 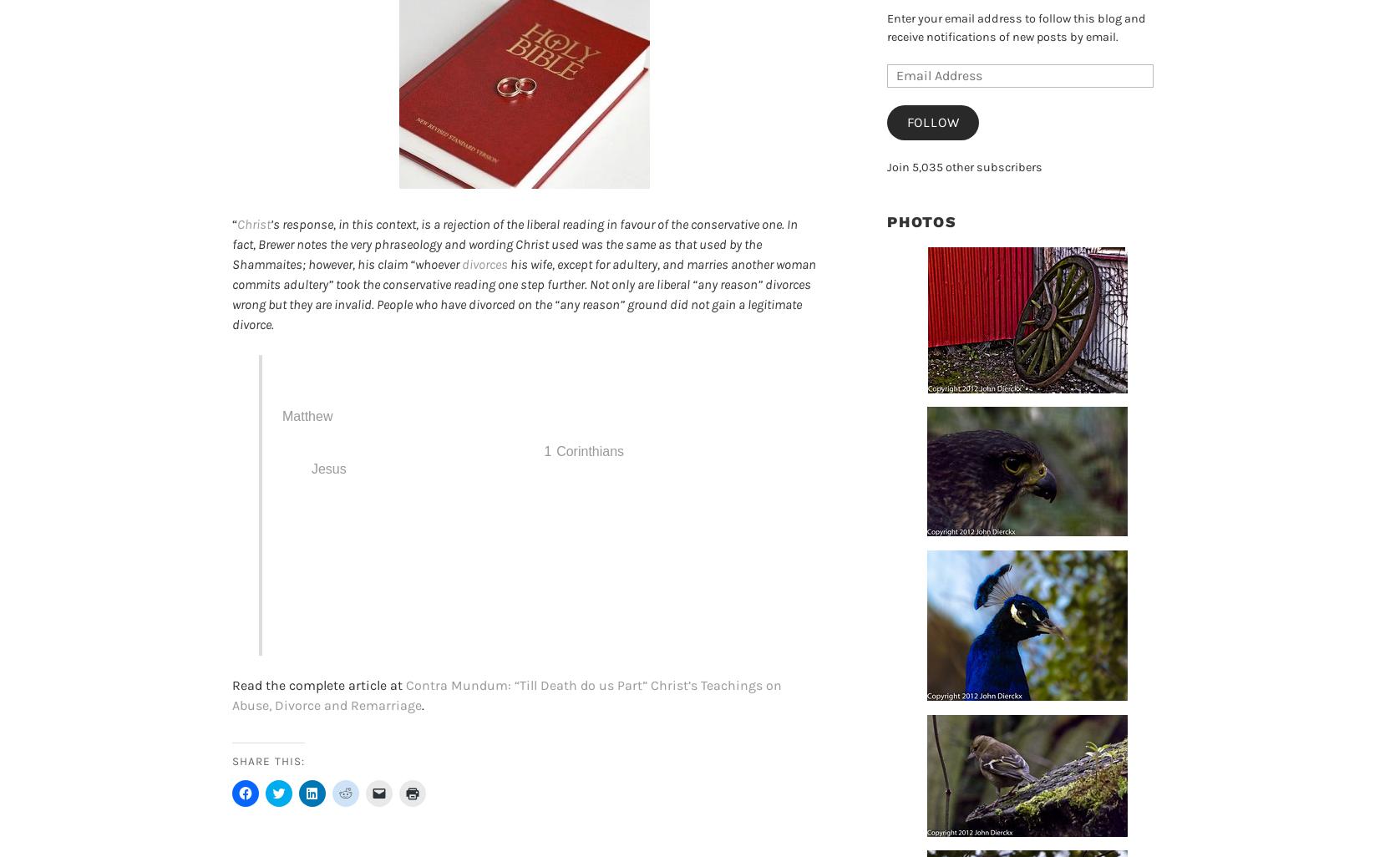 I want to click on 'his wife, except for adultery, and marries another woman commits adultery” took the conservative reading one step further. Not only are liberal “any reason” divorces wrong but they are invalid. People who have divorced on the “any reason” ground did not gain a legitimate divorce.', so click(x=231, y=294).